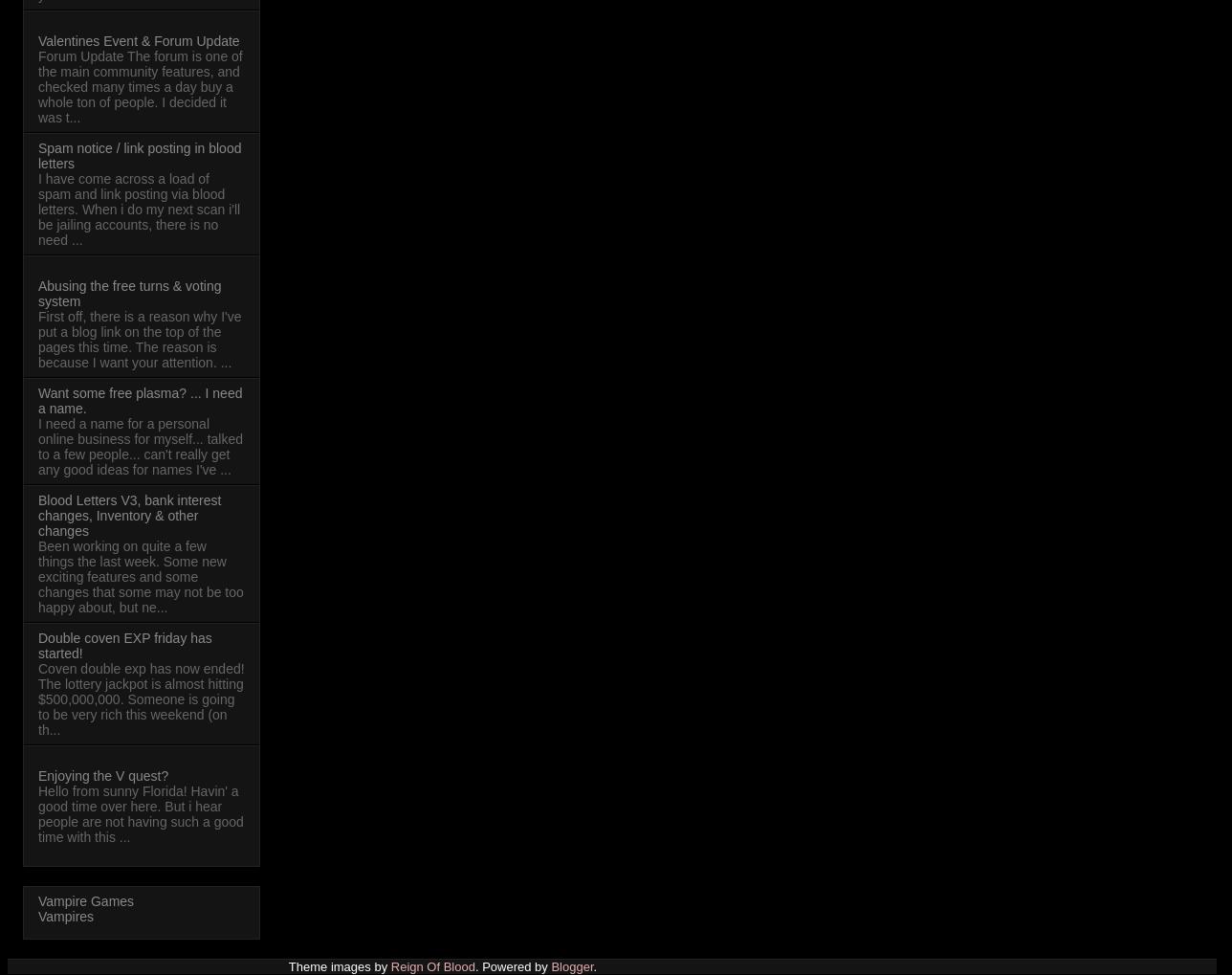 This screenshot has width=1232, height=975. Describe the element at coordinates (140, 339) in the screenshot. I see `'First off, there is a reason why I've put a blog link on the top of the pages this time. The reason is because I want your attention. ...'` at that location.